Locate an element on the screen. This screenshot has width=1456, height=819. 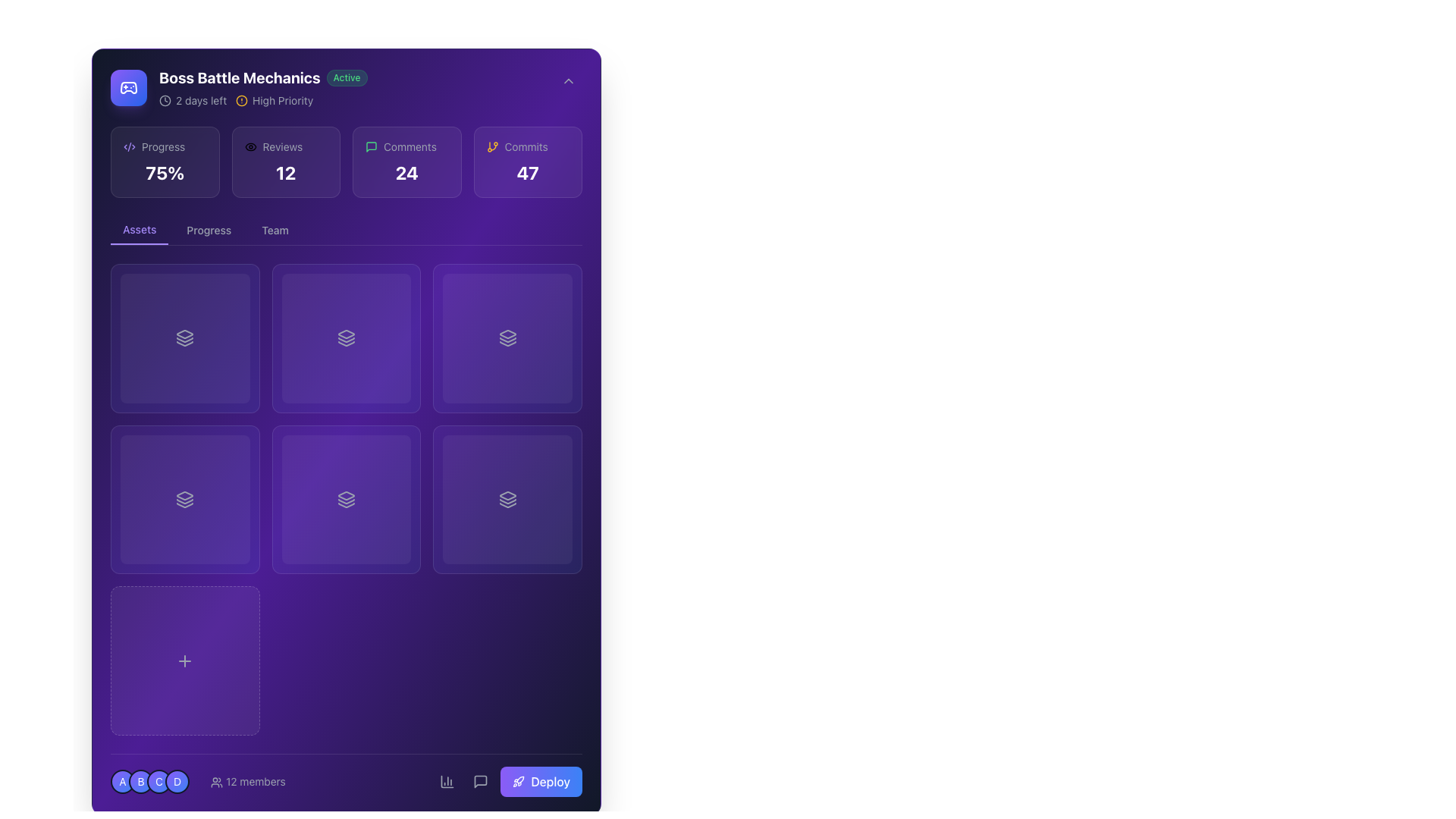
the 'Progress' button in the navigation bar is located at coordinates (208, 231).